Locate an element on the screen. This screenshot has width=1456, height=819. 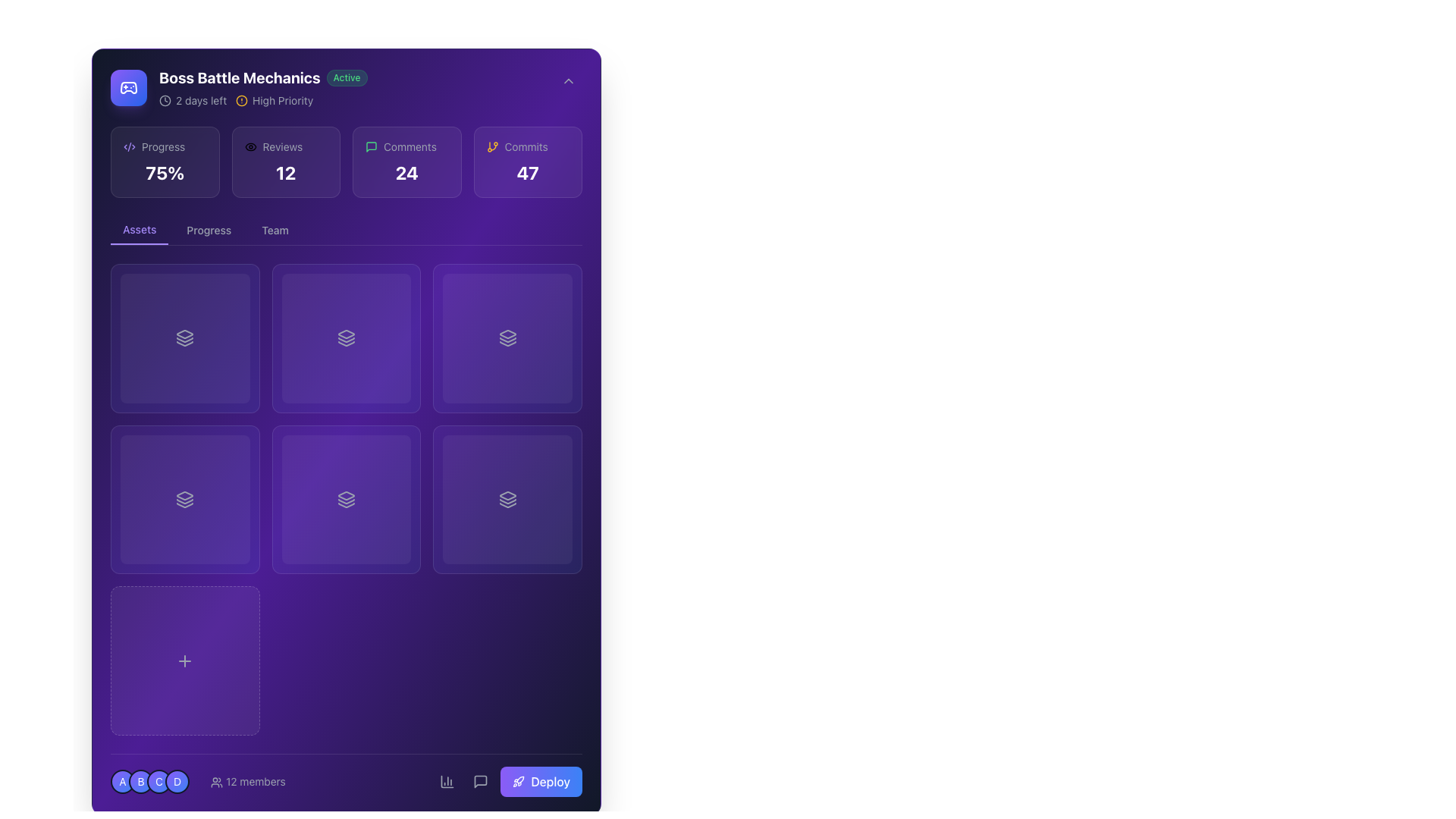
the 'Progress' button in the navigation bar is located at coordinates (208, 231).